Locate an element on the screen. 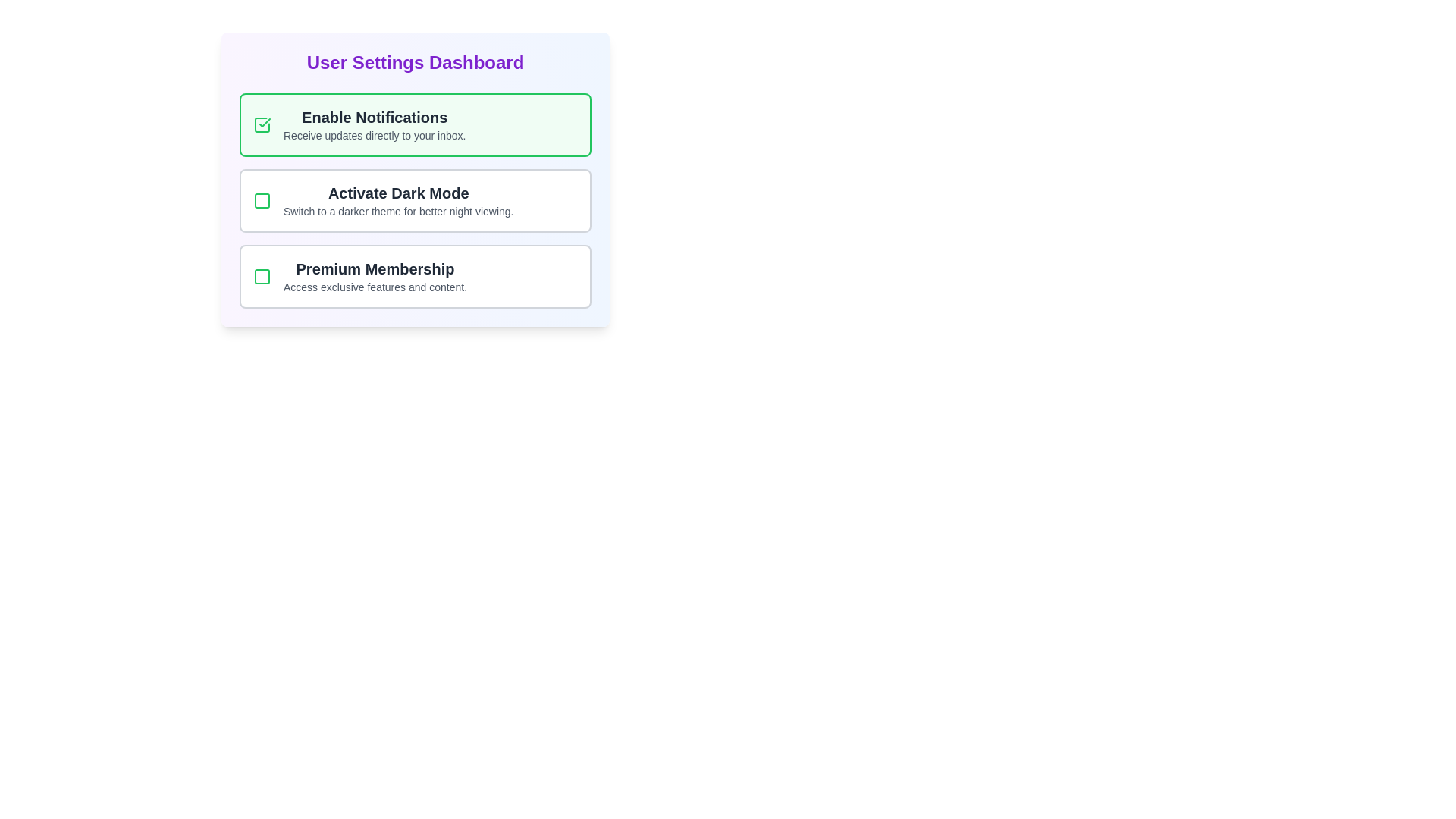 This screenshot has height=819, width=1456. the 'Premium Membership' toggleable item in the settings dashboard is located at coordinates (415, 277).